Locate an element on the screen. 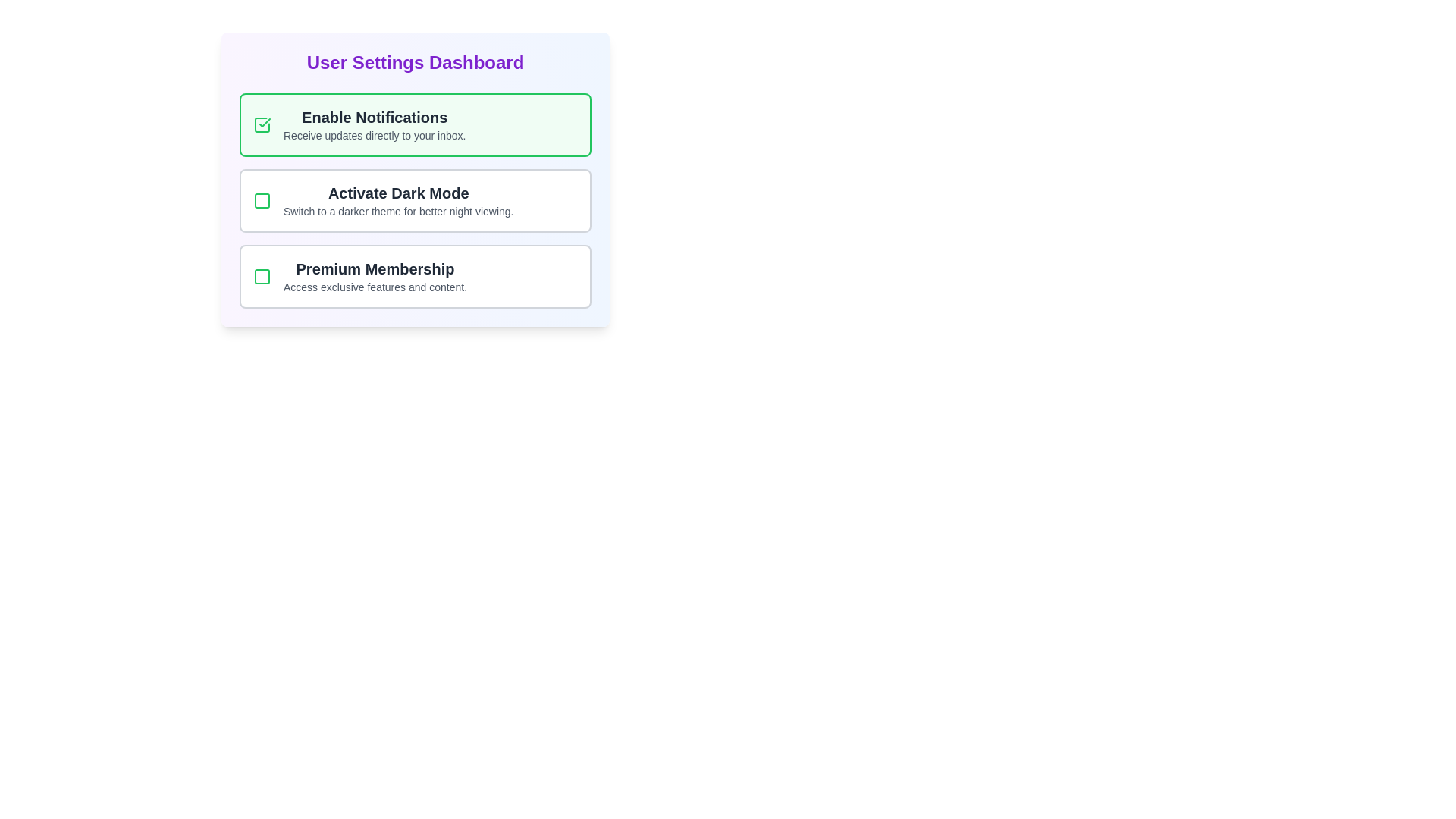 This screenshot has height=819, width=1456. the 'Premium Membership' toggleable item in the settings dashboard is located at coordinates (415, 277).